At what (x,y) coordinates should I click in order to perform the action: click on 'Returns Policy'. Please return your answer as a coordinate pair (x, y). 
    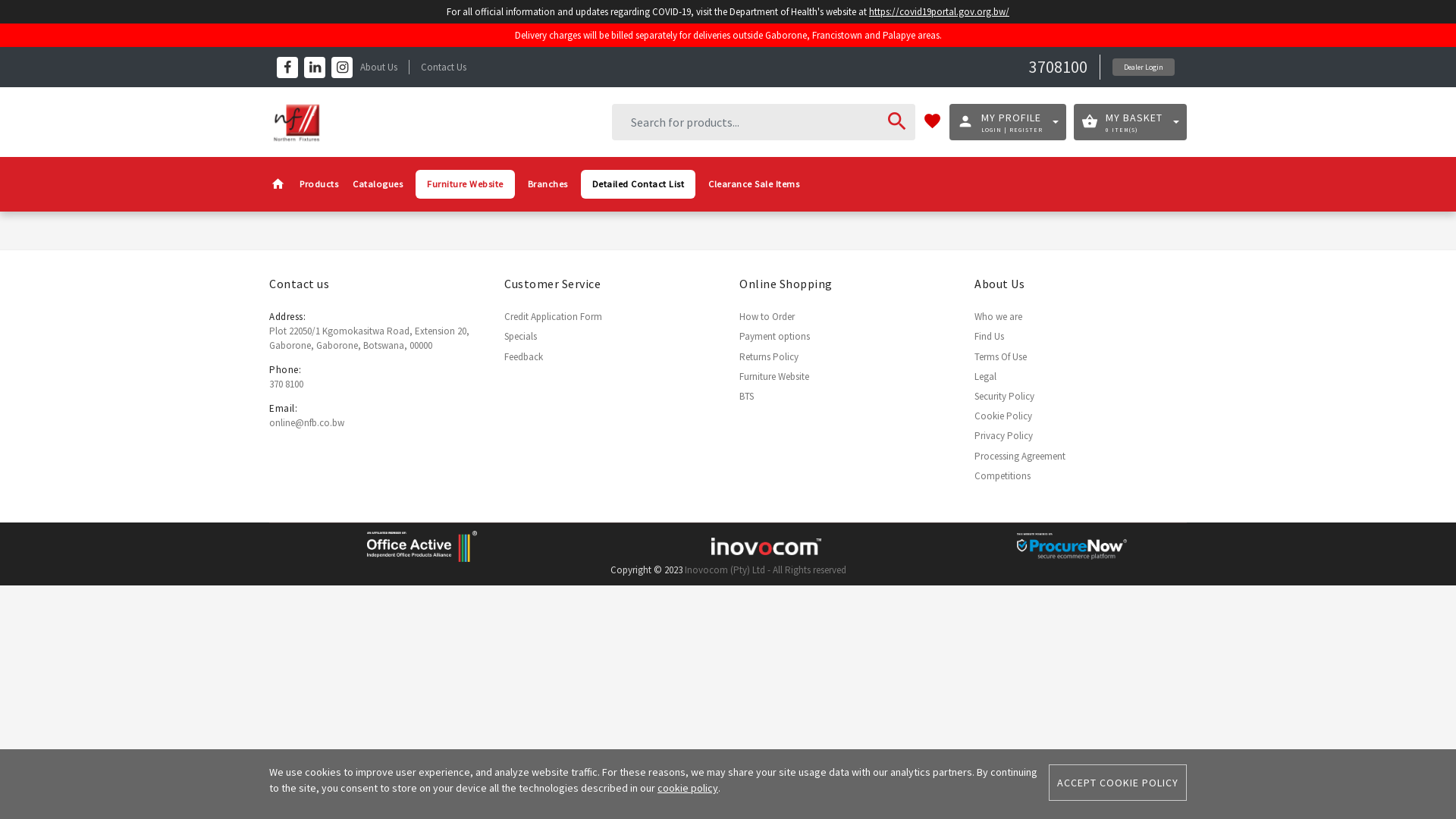
    Looking at the image, I should click on (768, 356).